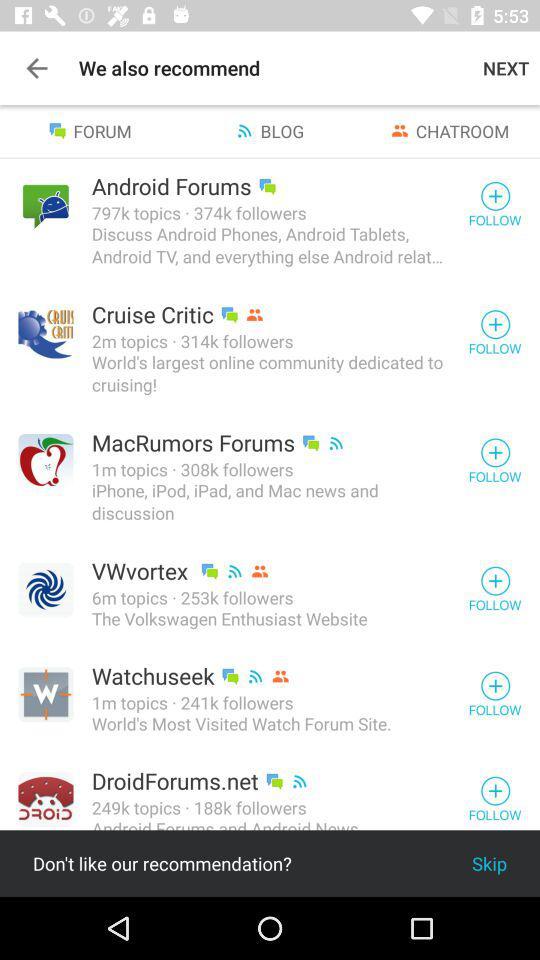 The height and width of the screenshot is (960, 540). I want to click on item above forum, so click(36, 68).